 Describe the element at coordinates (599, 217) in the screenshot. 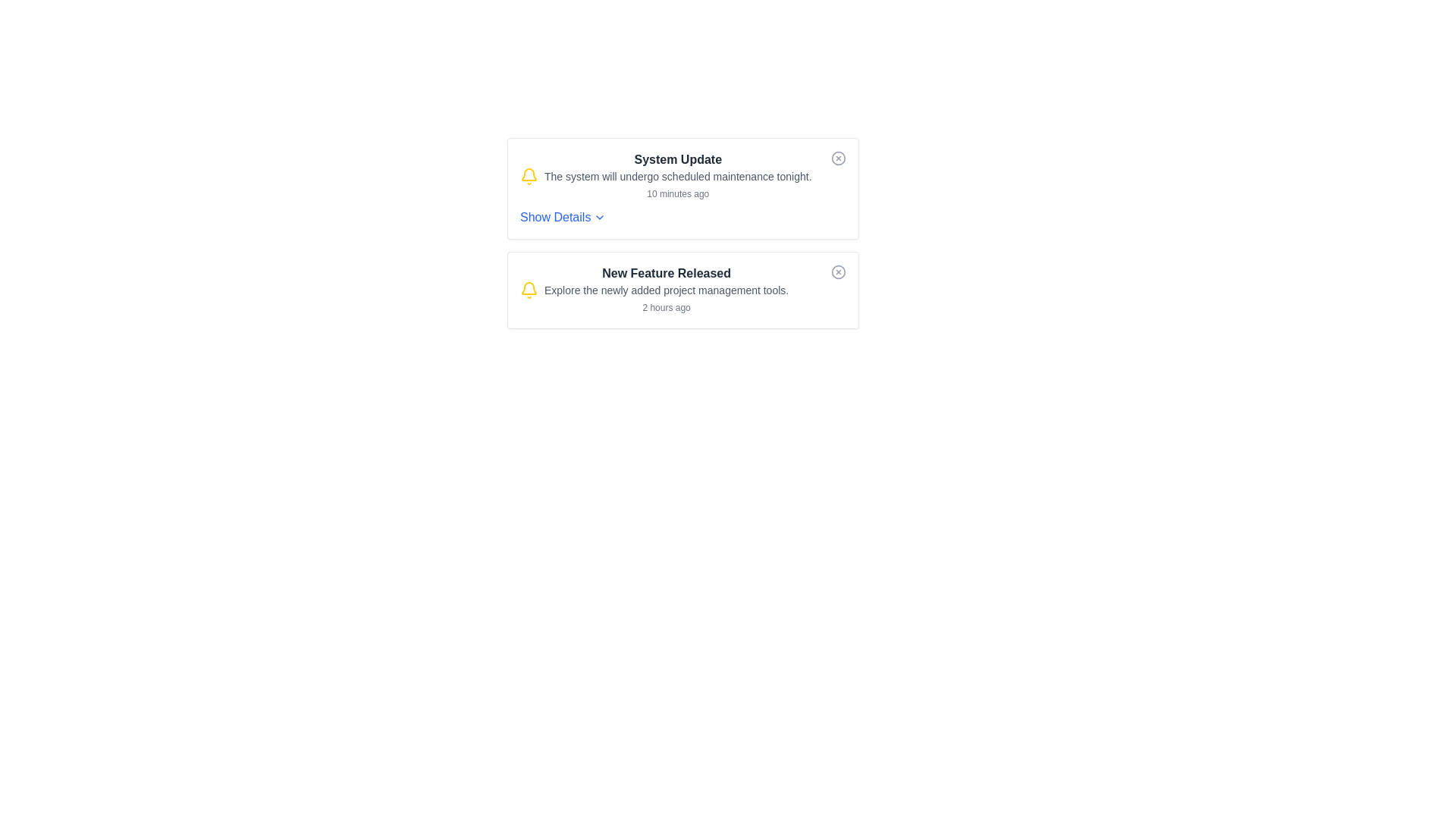

I see `the Chevron or Dropdown indicator located to the immediate right of the 'Show Details' button within the 'System Update' notification card to interact with the button` at that location.